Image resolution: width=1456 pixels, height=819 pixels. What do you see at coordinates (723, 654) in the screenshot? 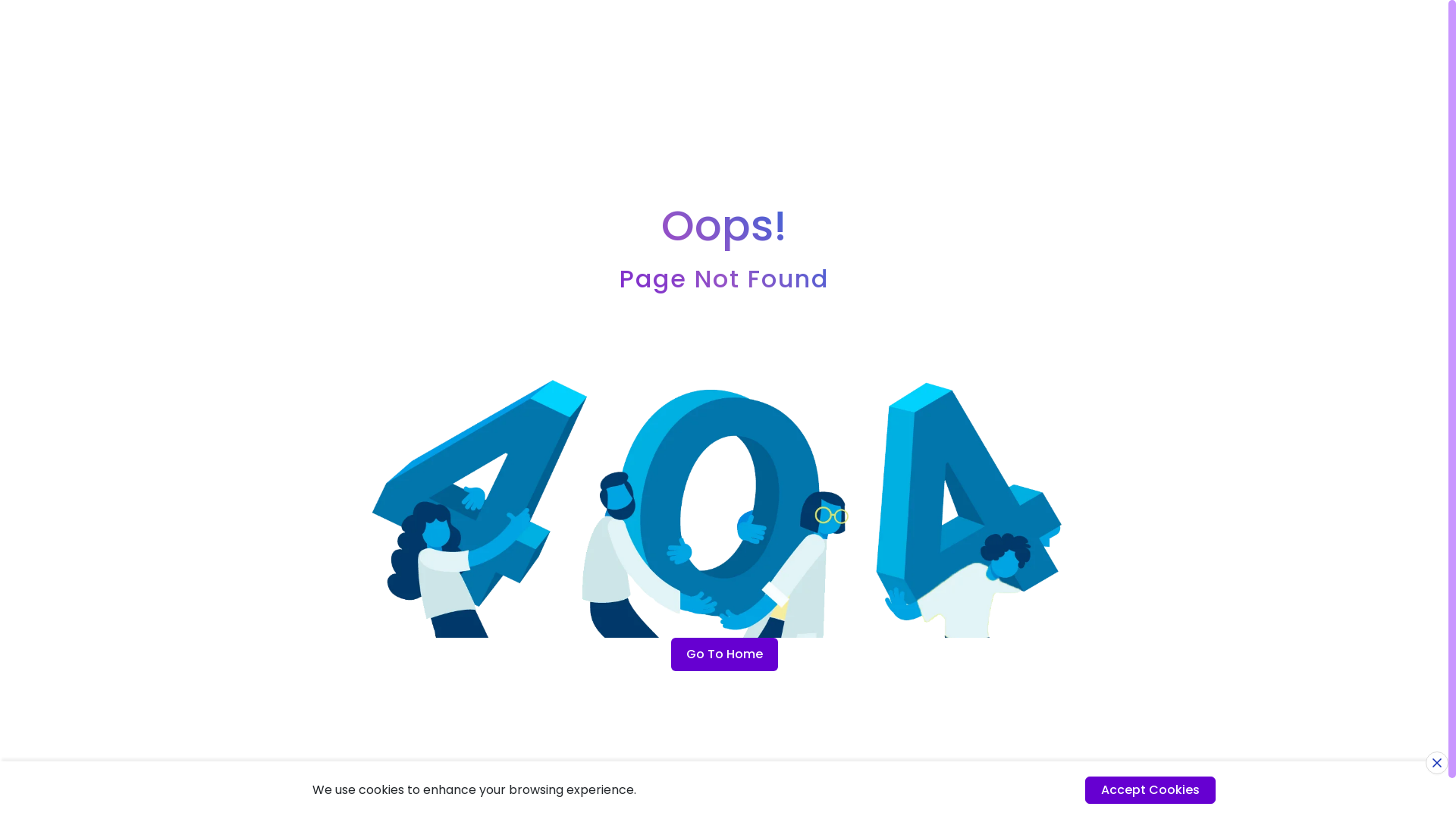
I see `'Go To Home'` at bounding box center [723, 654].